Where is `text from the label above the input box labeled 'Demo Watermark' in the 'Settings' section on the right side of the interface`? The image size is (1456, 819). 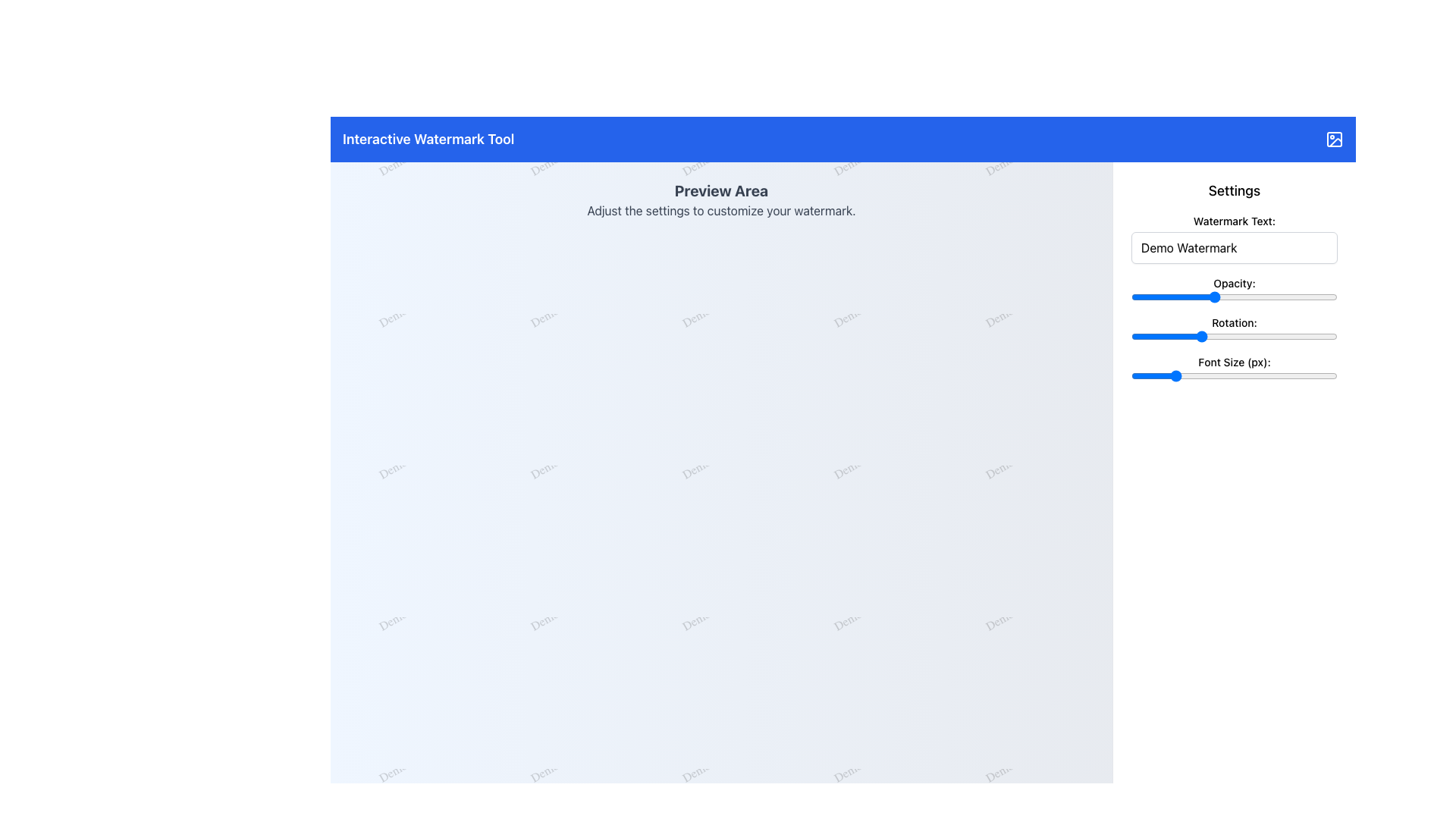 text from the label above the input box labeled 'Demo Watermark' in the 'Settings' section on the right side of the interface is located at coordinates (1234, 221).